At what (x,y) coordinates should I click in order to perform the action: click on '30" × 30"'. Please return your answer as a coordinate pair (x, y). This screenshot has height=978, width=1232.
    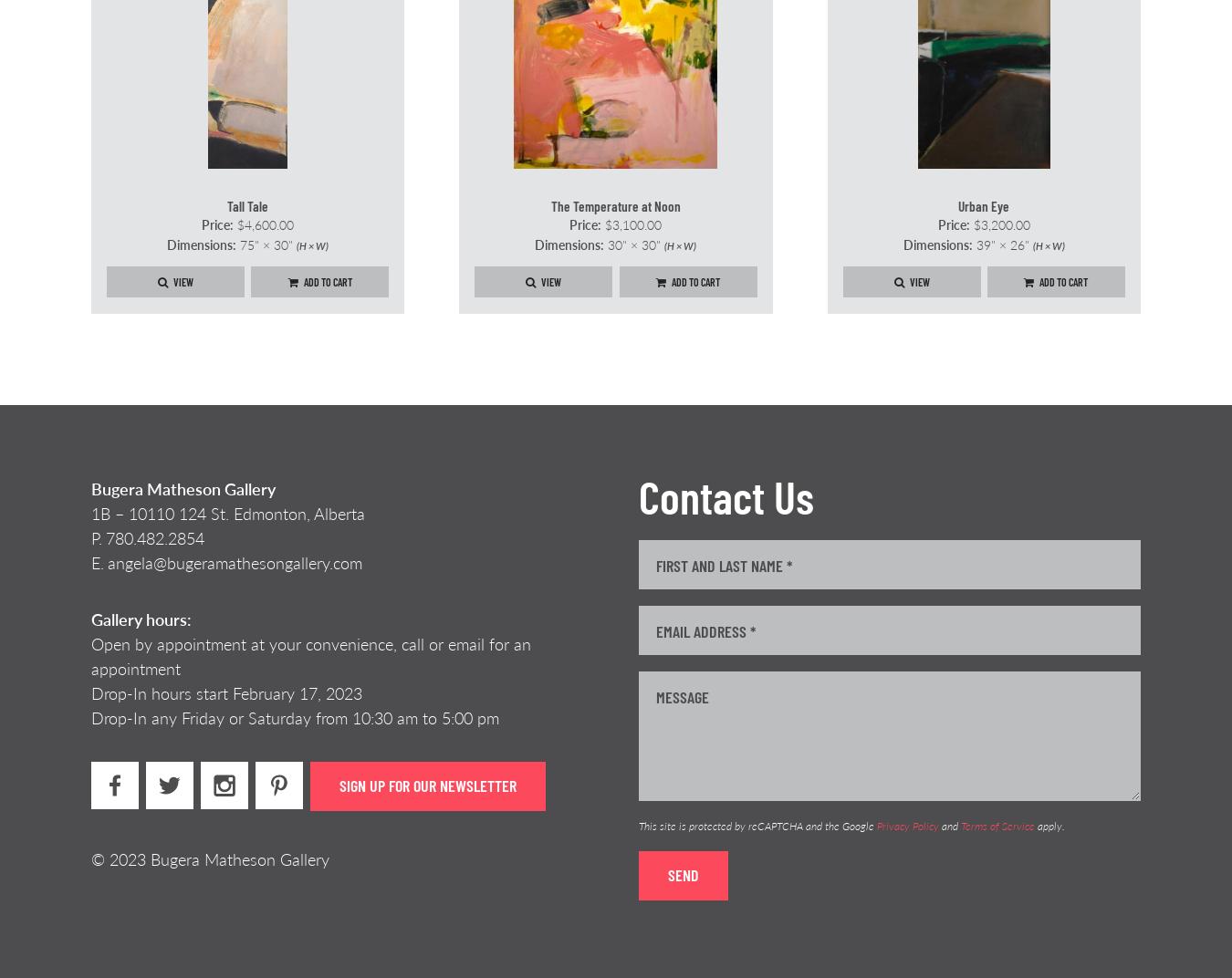
    Looking at the image, I should click on (632, 244).